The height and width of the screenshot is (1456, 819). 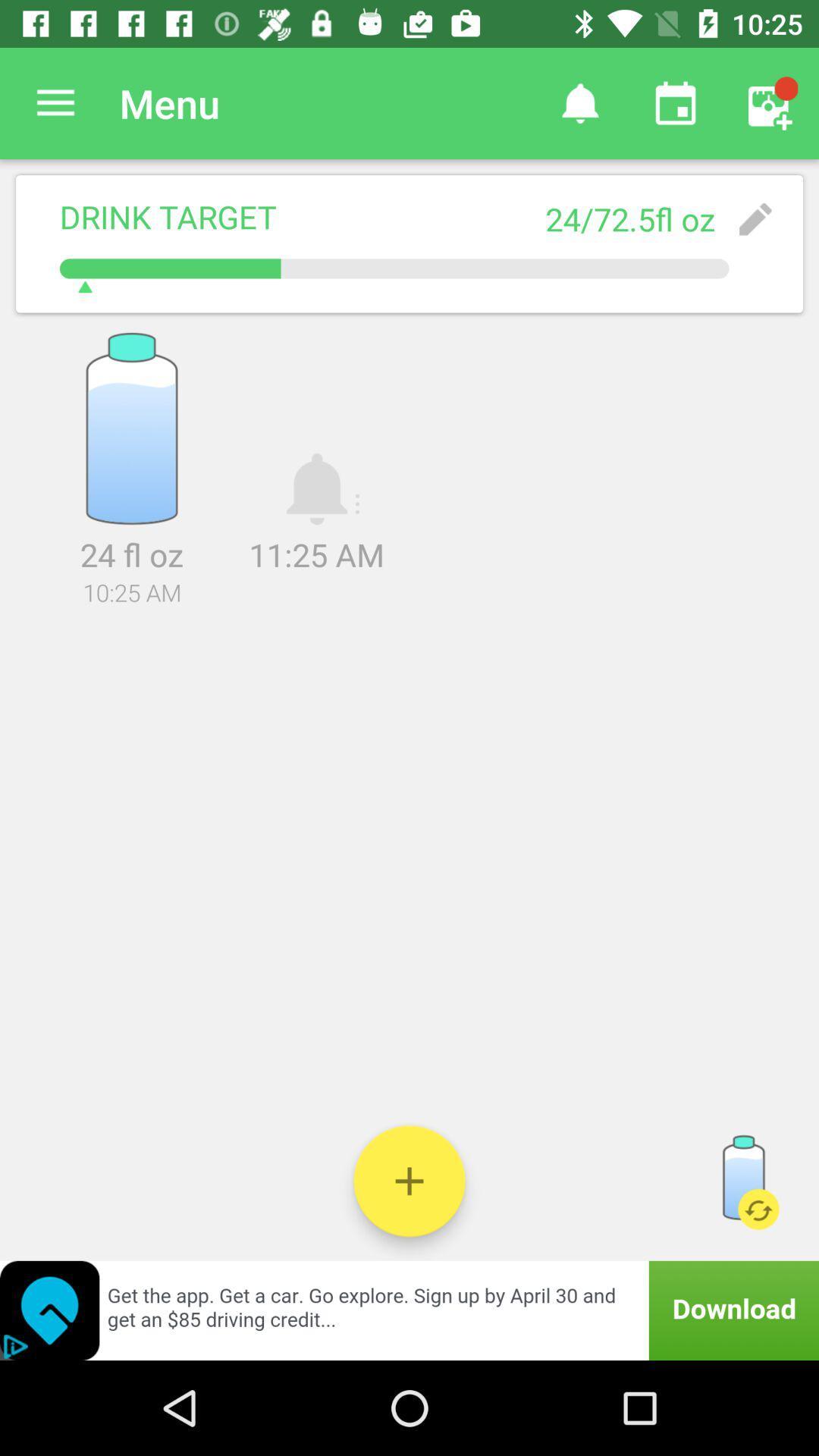 I want to click on icon below the 10:25 am item, so click(x=409, y=714).